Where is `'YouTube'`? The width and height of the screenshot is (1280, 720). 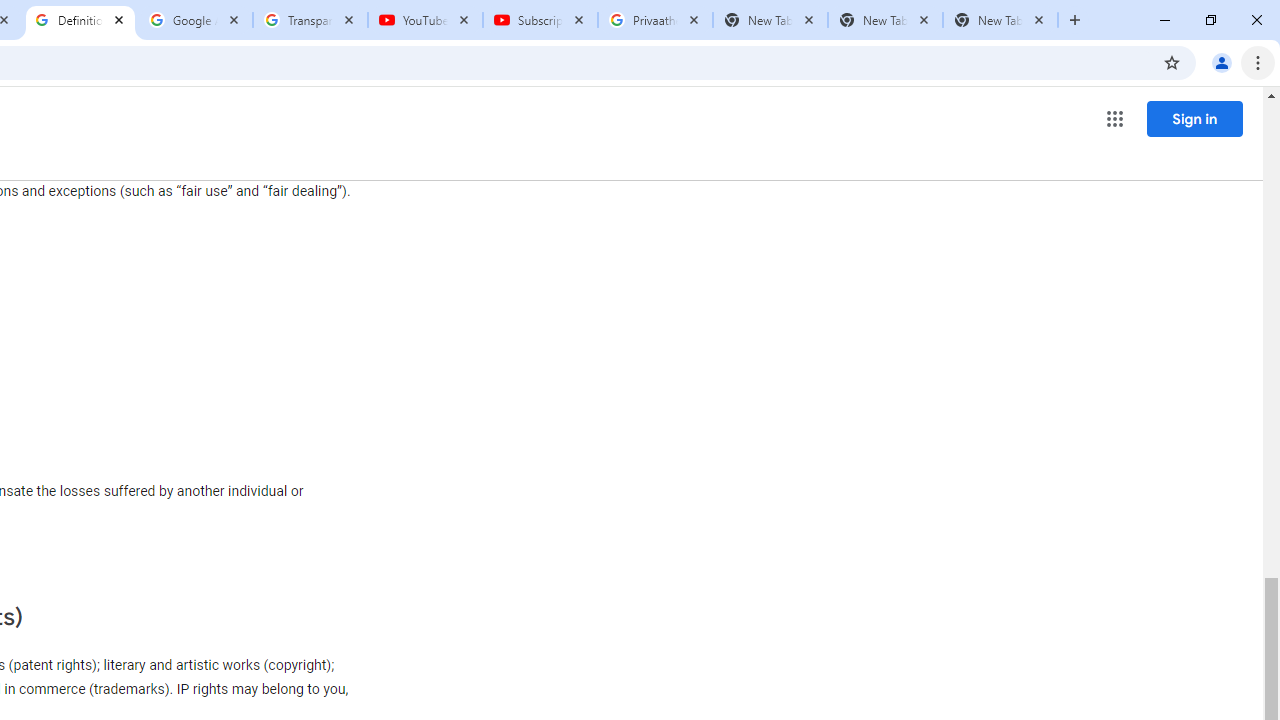
'YouTube' is located at coordinates (423, 20).